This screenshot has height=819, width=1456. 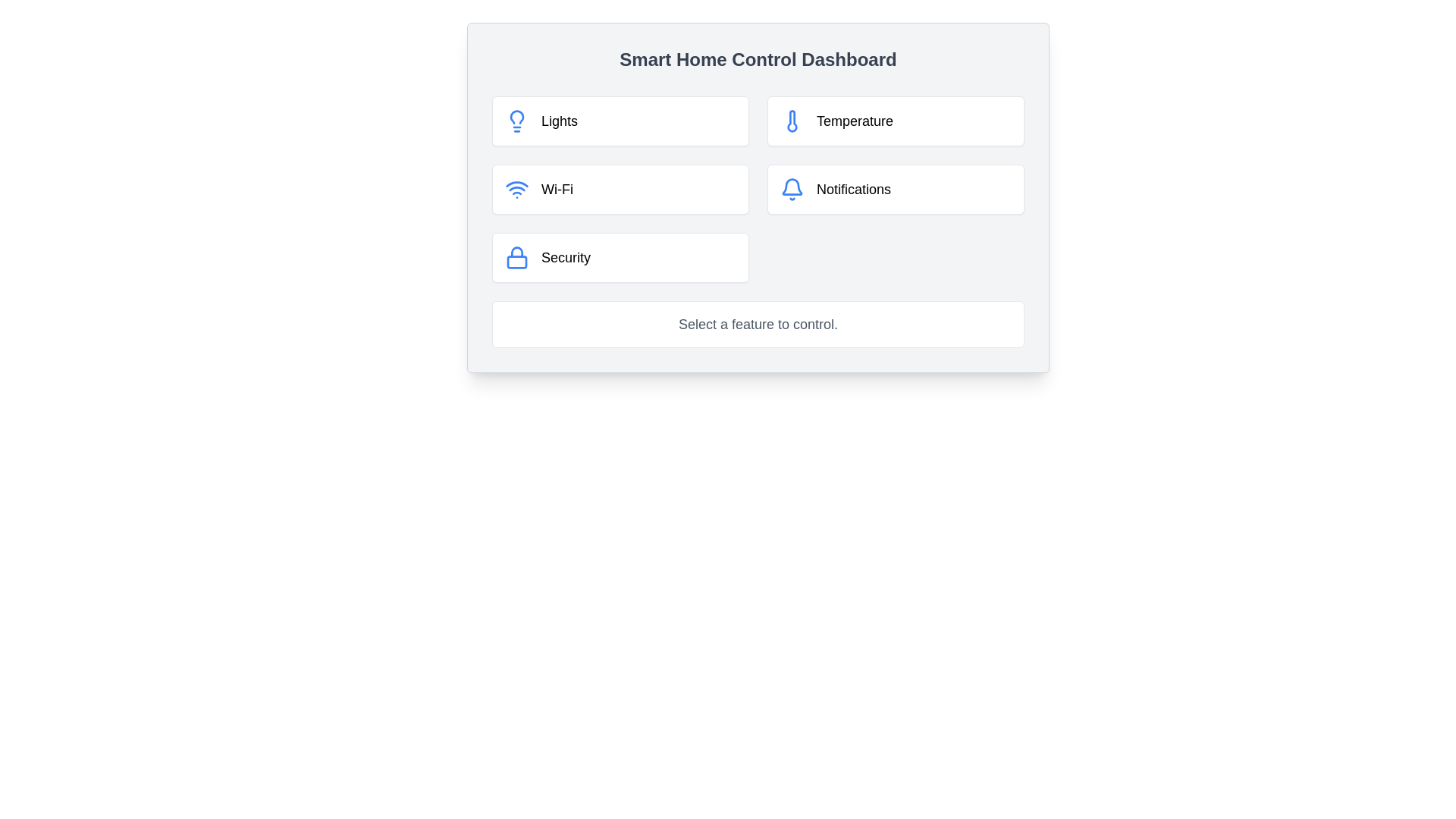 I want to click on the 'Temperature' text label in the smart home dashboard, located next to the thermometer icon in the top-right section of the grid layout, so click(x=855, y=120).